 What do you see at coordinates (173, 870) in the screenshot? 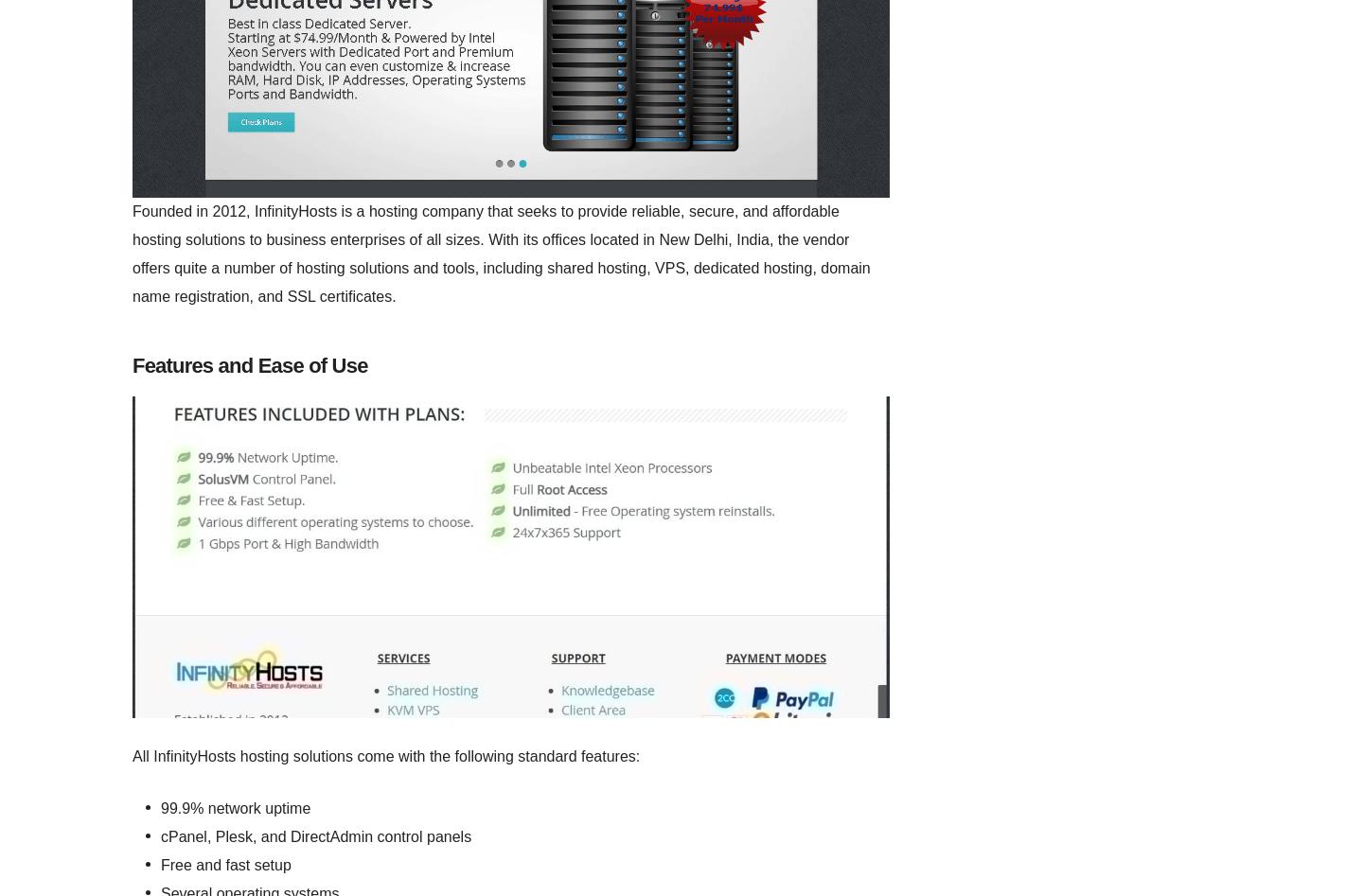
I see `'Website Builders'` at bounding box center [173, 870].